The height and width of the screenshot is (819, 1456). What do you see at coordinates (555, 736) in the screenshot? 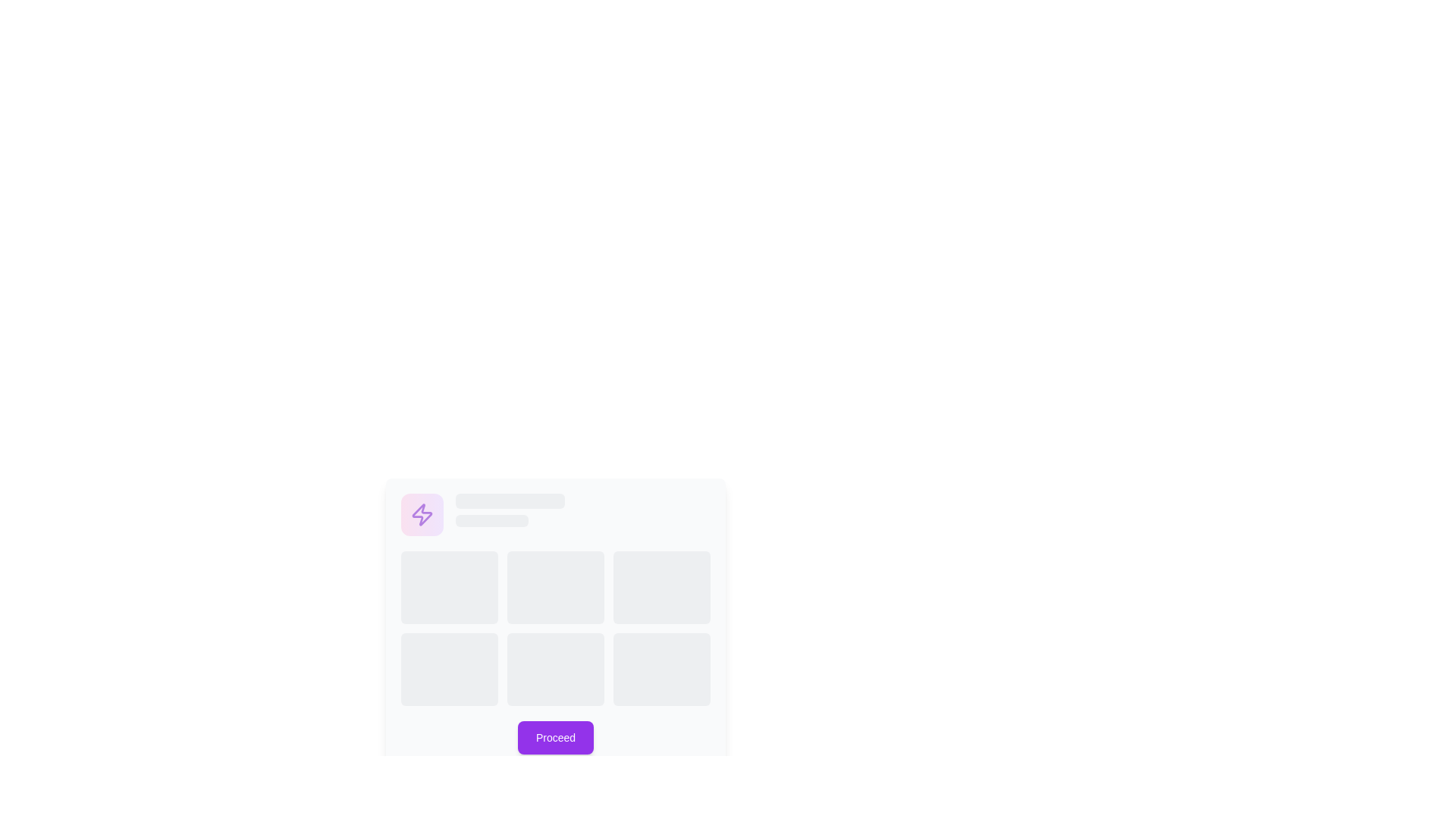
I see `the button with a purple background and white text reading 'Proceed'` at bounding box center [555, 736].